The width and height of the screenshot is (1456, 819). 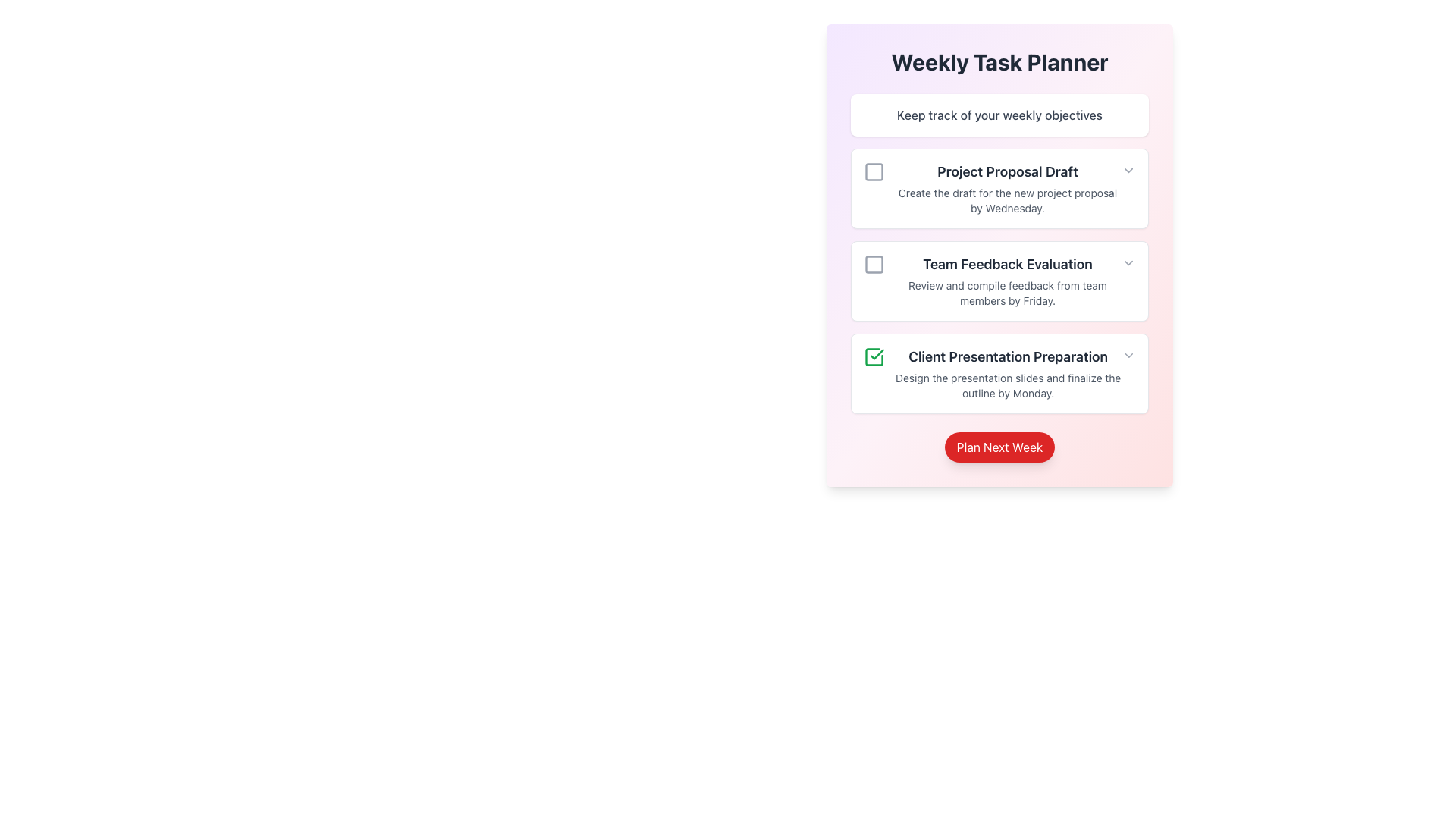 What do you see at coordinates (1008, 385) in the screenshot?
I see `the text element located below the bold title 'Client Presentation Preparation', which contains 'Design the presentation slides and finalize the outline by Monday.'` at bounding box center [1008, 385].